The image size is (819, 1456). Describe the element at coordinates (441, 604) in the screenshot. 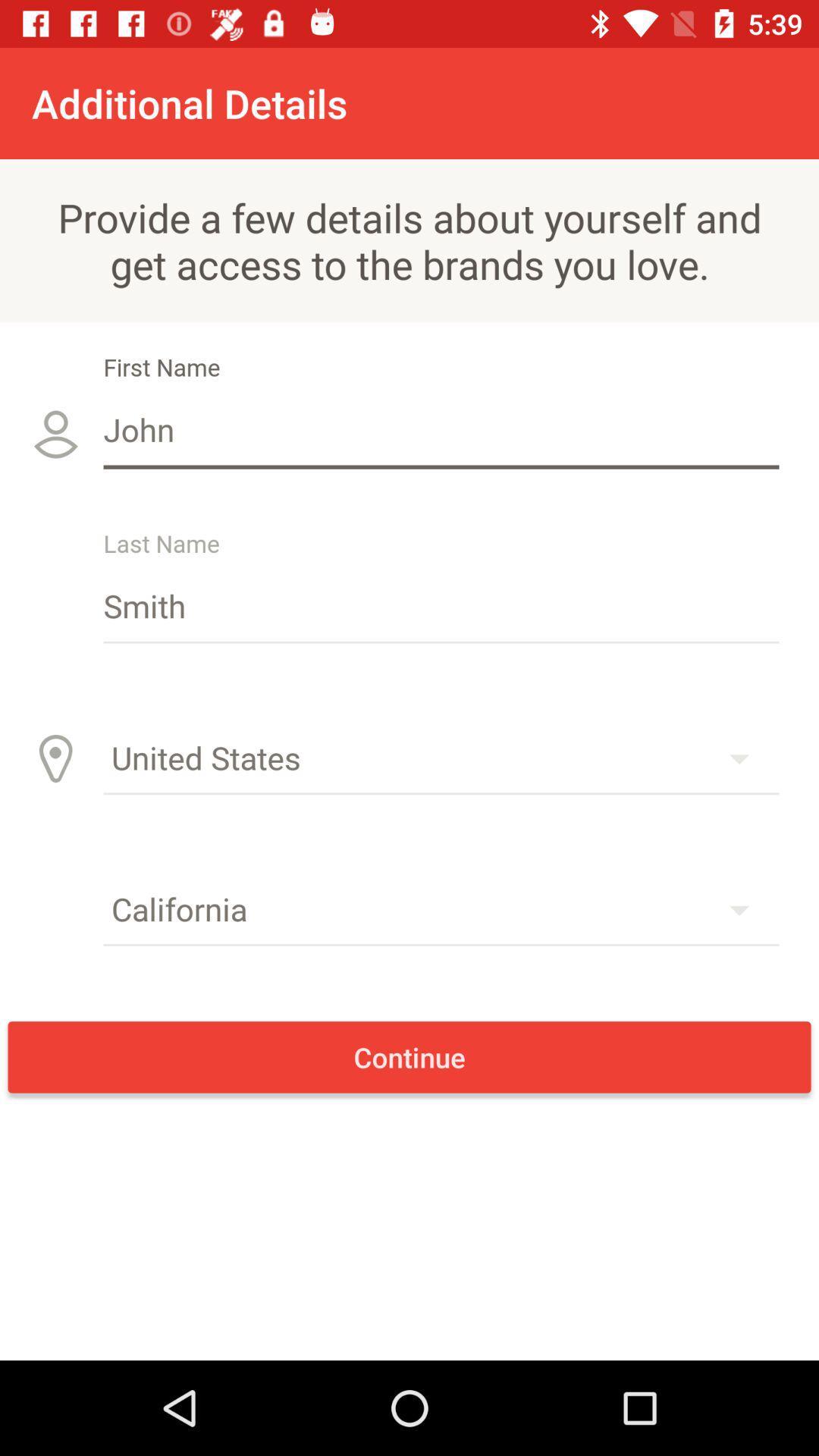

I see `the smith icon` at that location.